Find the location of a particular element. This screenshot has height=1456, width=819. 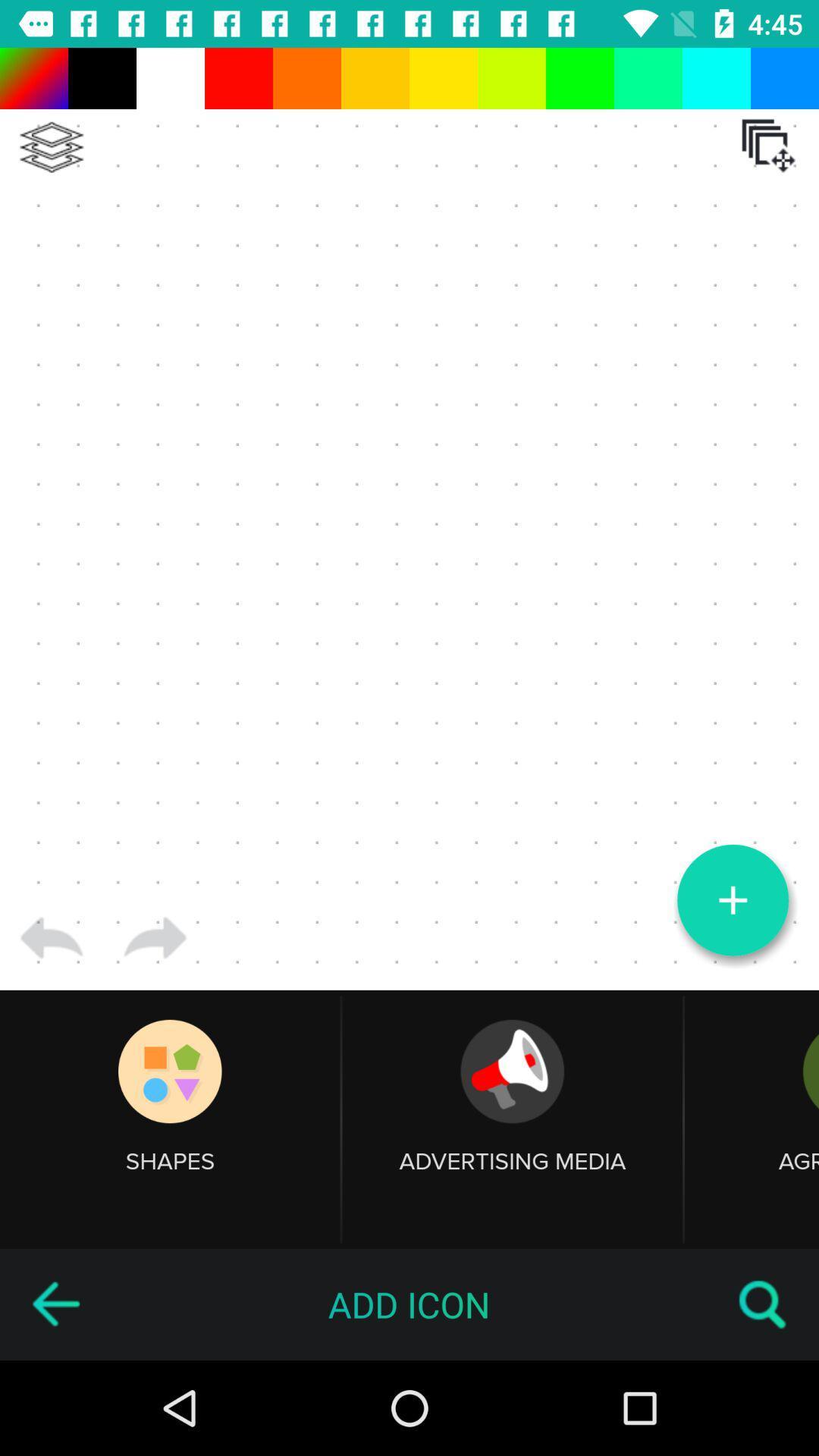

the search icon is located at coordinates (763, 1304).